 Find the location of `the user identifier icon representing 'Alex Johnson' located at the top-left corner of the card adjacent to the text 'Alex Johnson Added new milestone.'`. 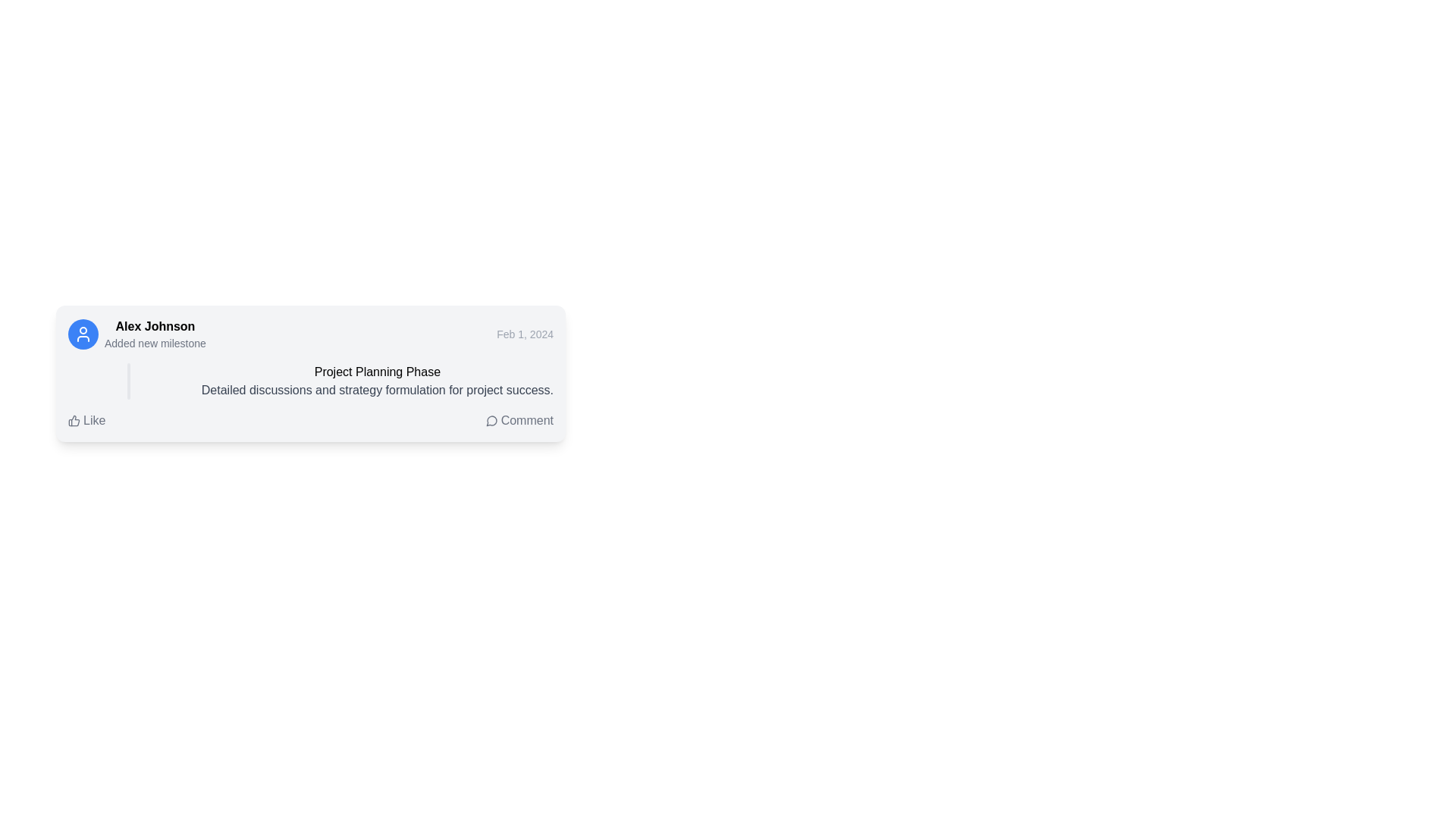

the user identifier icon representing 'Alex Johnson' located at the top-left corner of the card adjacent to the text 'Alex Johnson Added new milestone.' is located at coordinates (83, 333).